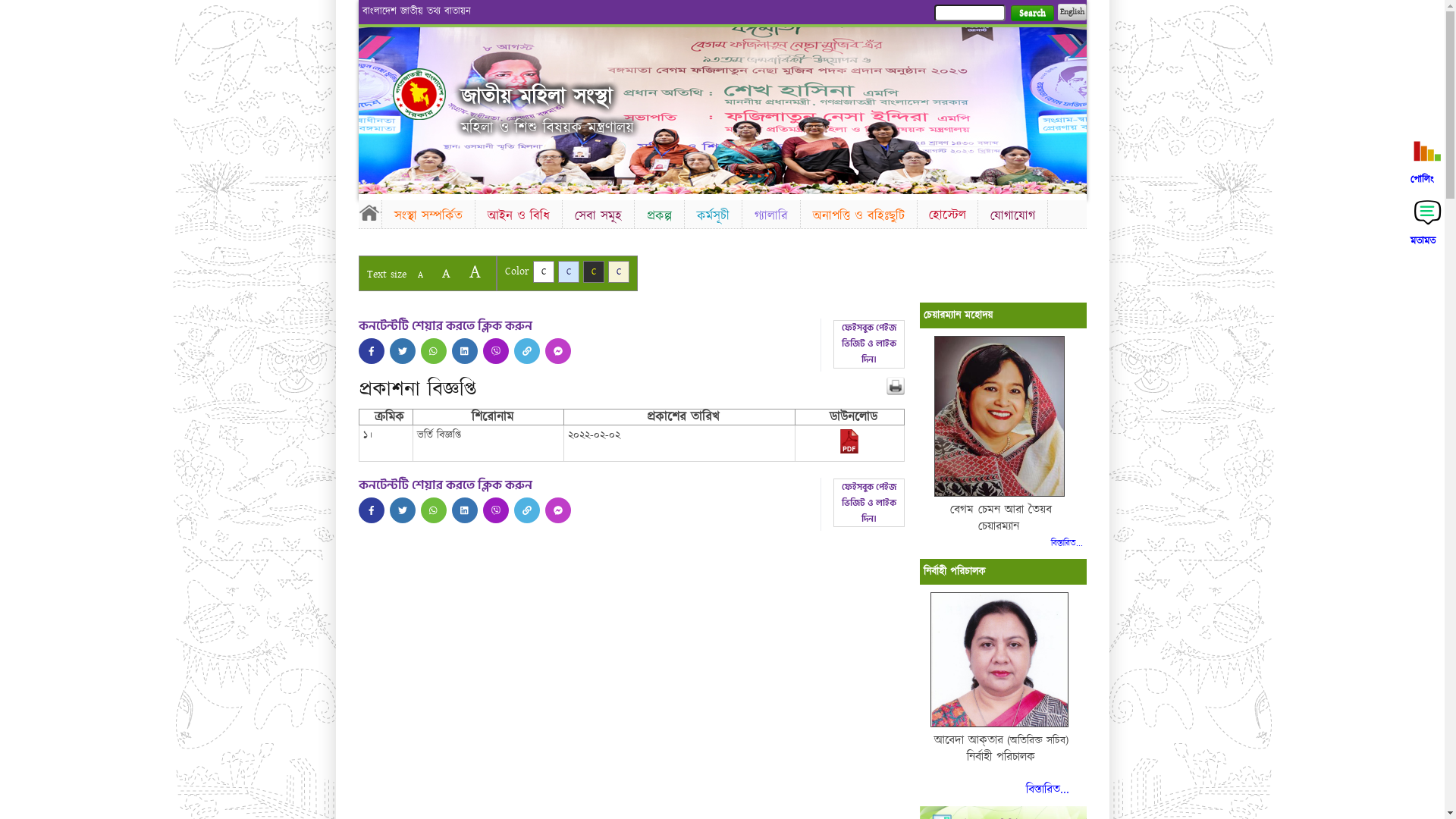 This screenshot has height=819, width=1456. Describe the element at coordinates (419, 275) in the screenshot. I see `'A'` at that location.